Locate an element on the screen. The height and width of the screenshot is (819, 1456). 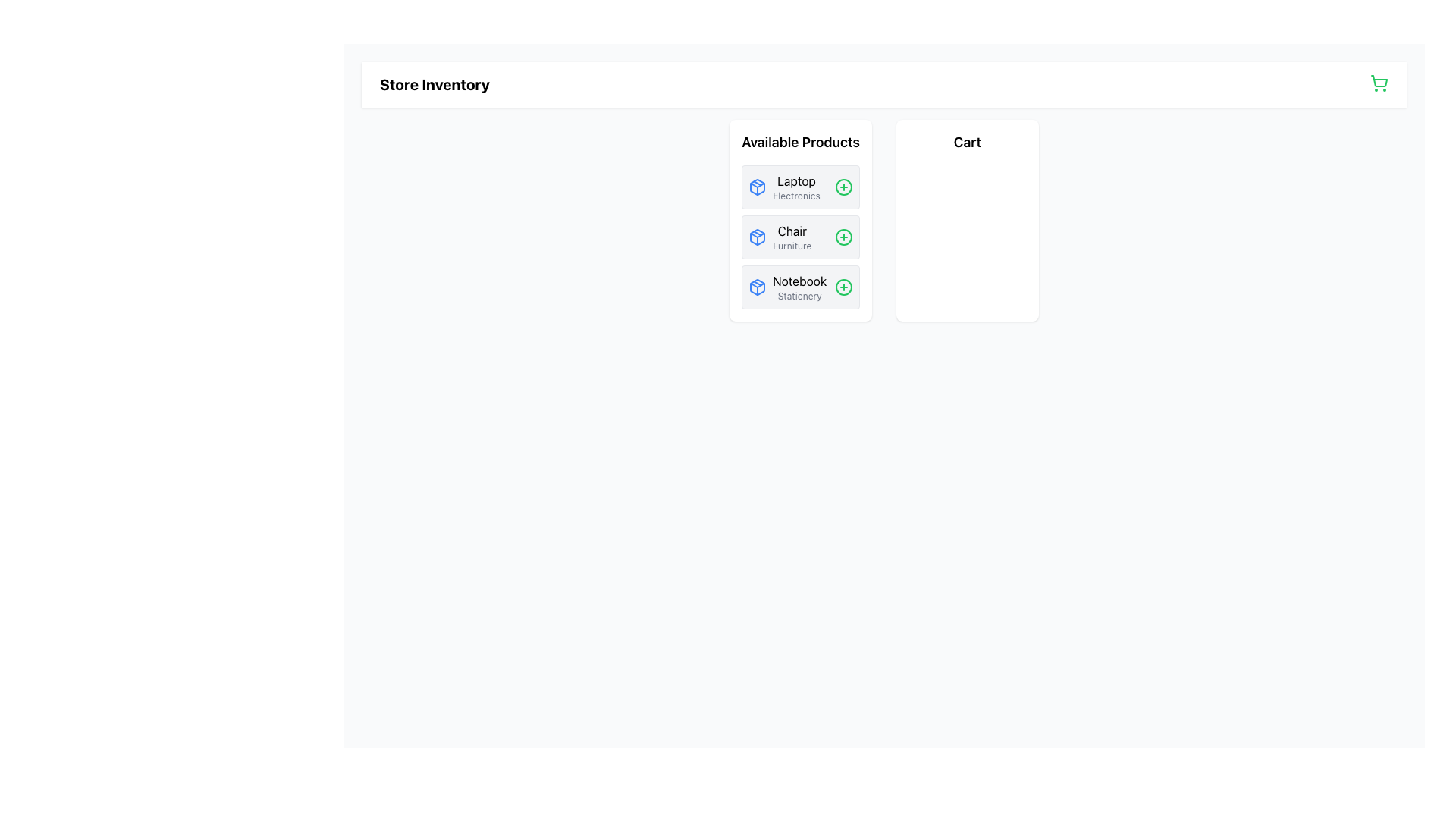
the second Card component in the 'Available Products' section is located at coordinates (780, 237).